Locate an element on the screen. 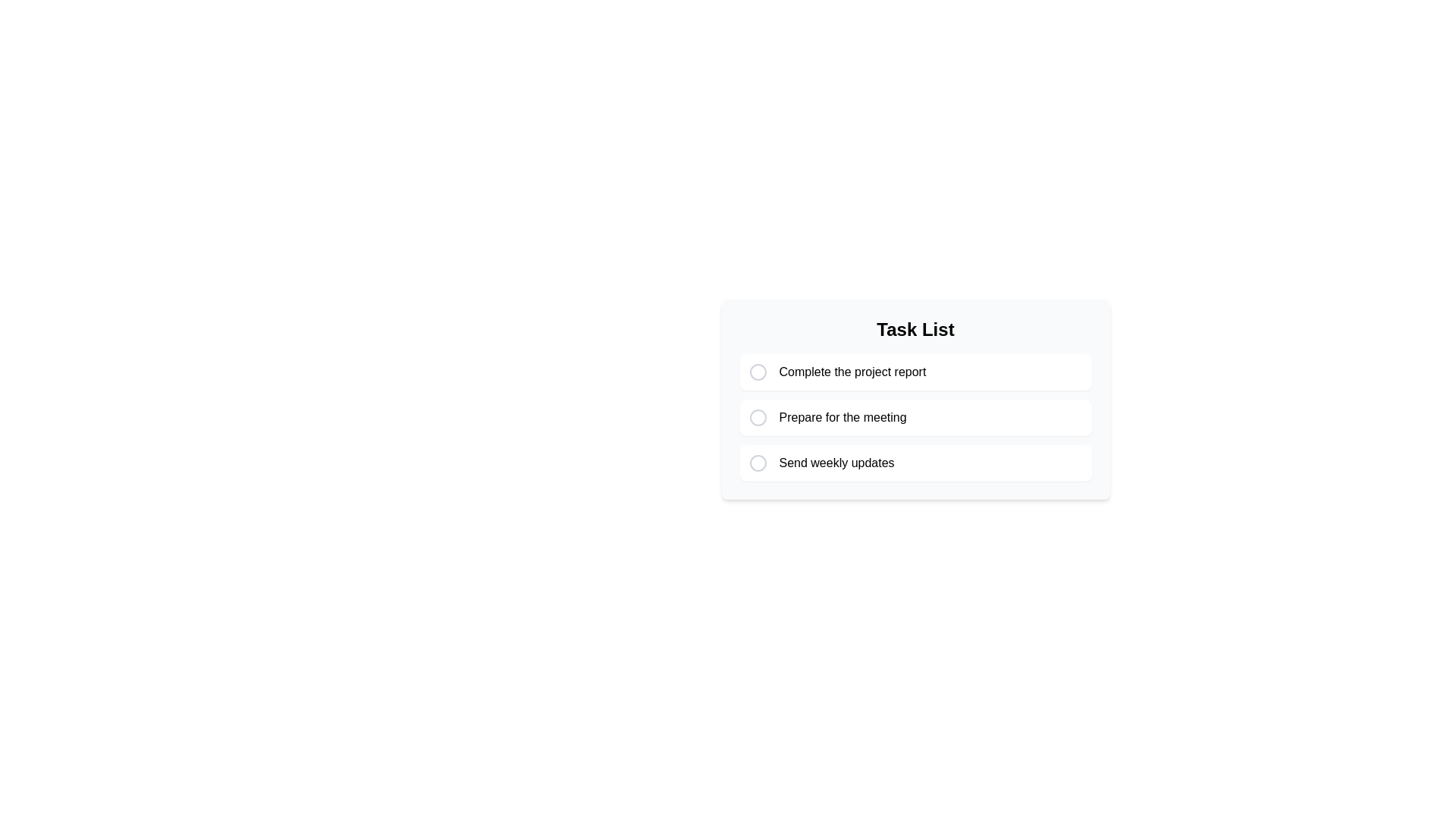 The height and width of the screenshot is (819, 1456). the circular Checkbox indicator located to the left of the task description 'Complete the project report' in the task list interface is located at coordinates (758, 372).